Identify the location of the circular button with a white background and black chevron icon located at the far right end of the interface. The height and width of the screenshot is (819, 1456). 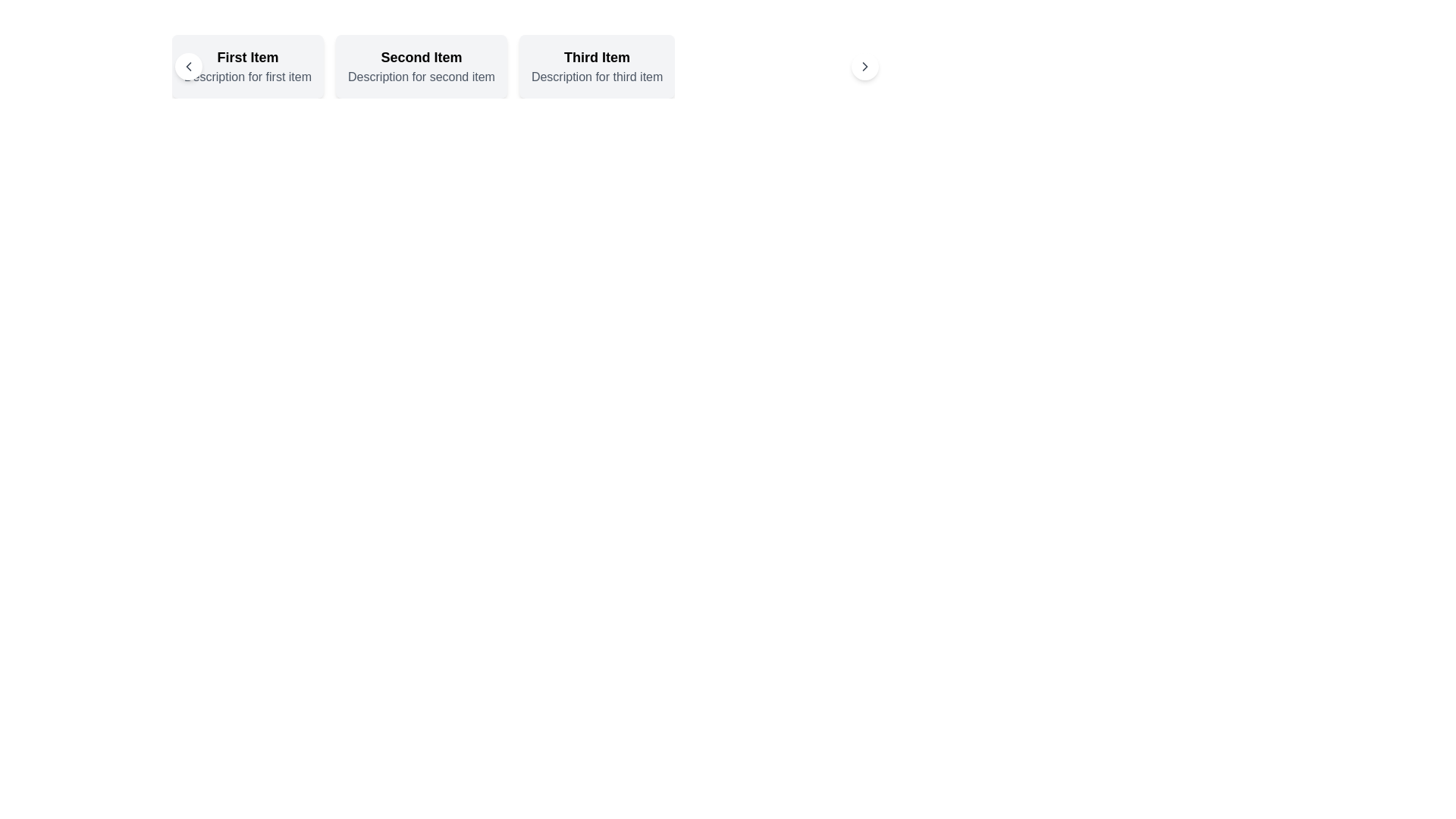
(865, 66).